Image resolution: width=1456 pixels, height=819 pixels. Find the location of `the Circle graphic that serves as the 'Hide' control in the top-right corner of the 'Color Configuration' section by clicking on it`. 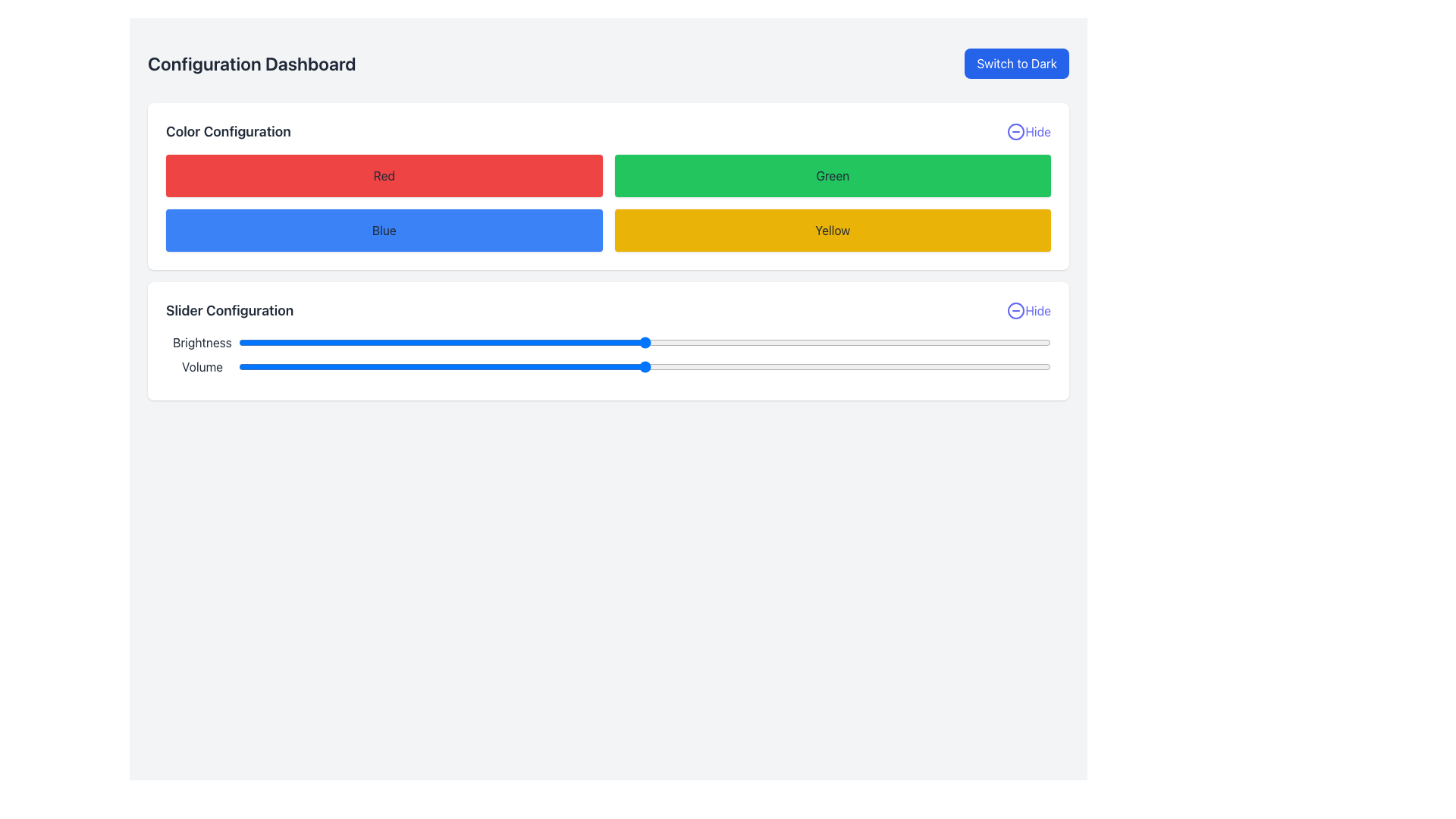

the Circle graphic that serves as the 'Hide' control in the top-right corner of the 'Color Configuration' section by clicking on it is located at coordinates (1016, 130).